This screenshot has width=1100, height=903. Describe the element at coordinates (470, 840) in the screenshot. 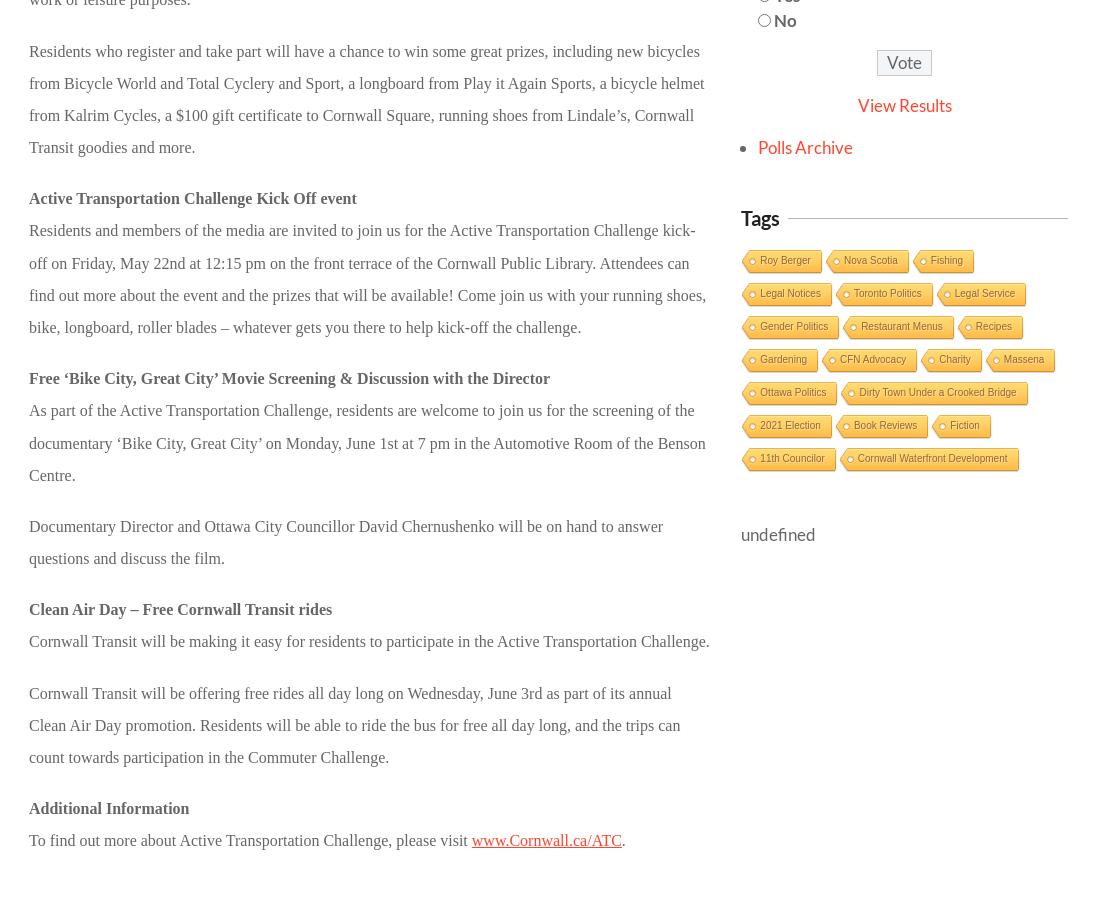

I see `'www.Cornwall.ca/ATC'` at that location.